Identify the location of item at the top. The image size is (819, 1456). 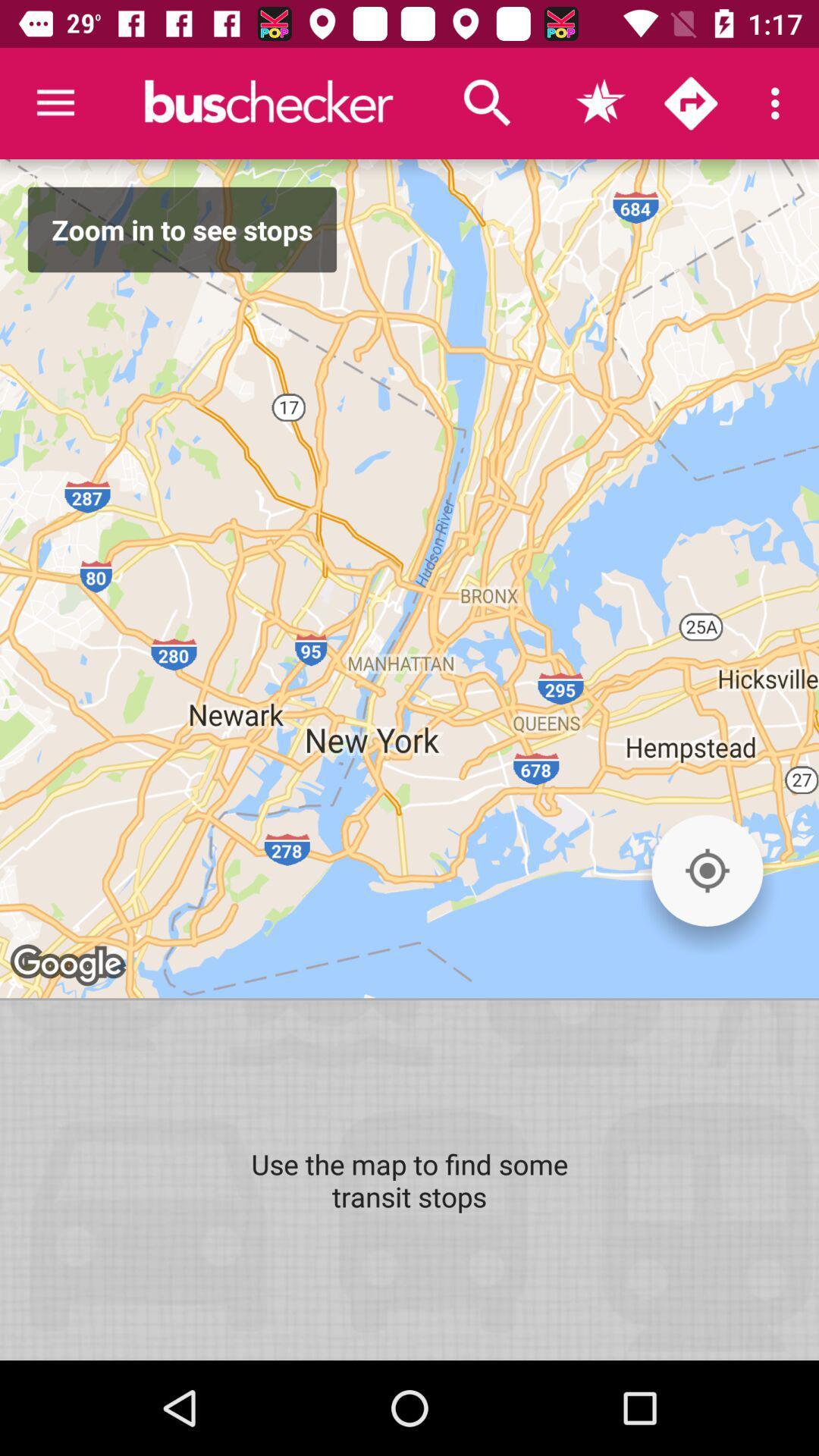
(488, 102).